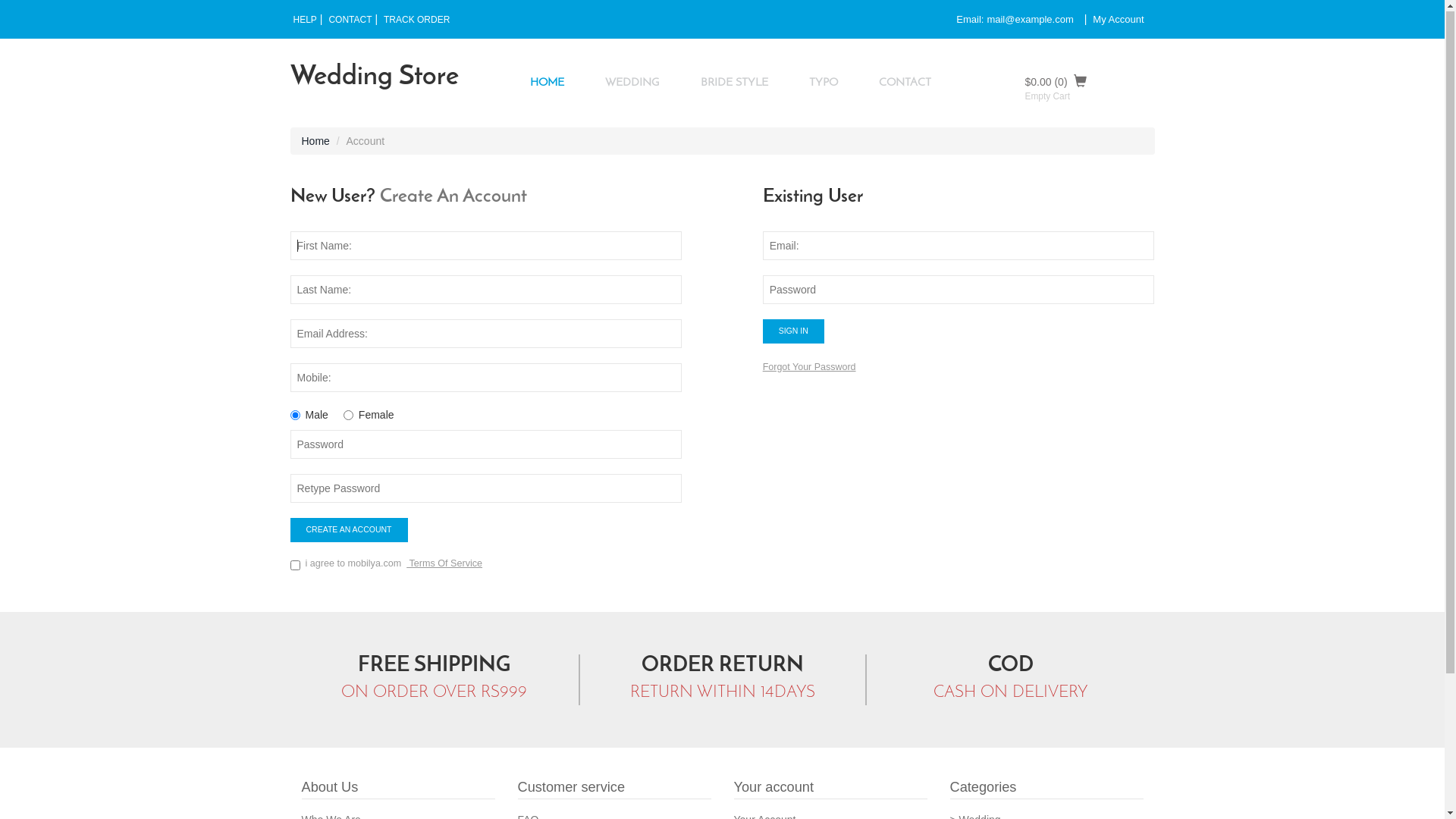  Describe the element at coordinates (290, 529) in the screenshot. I see `'create an account'` at that location.